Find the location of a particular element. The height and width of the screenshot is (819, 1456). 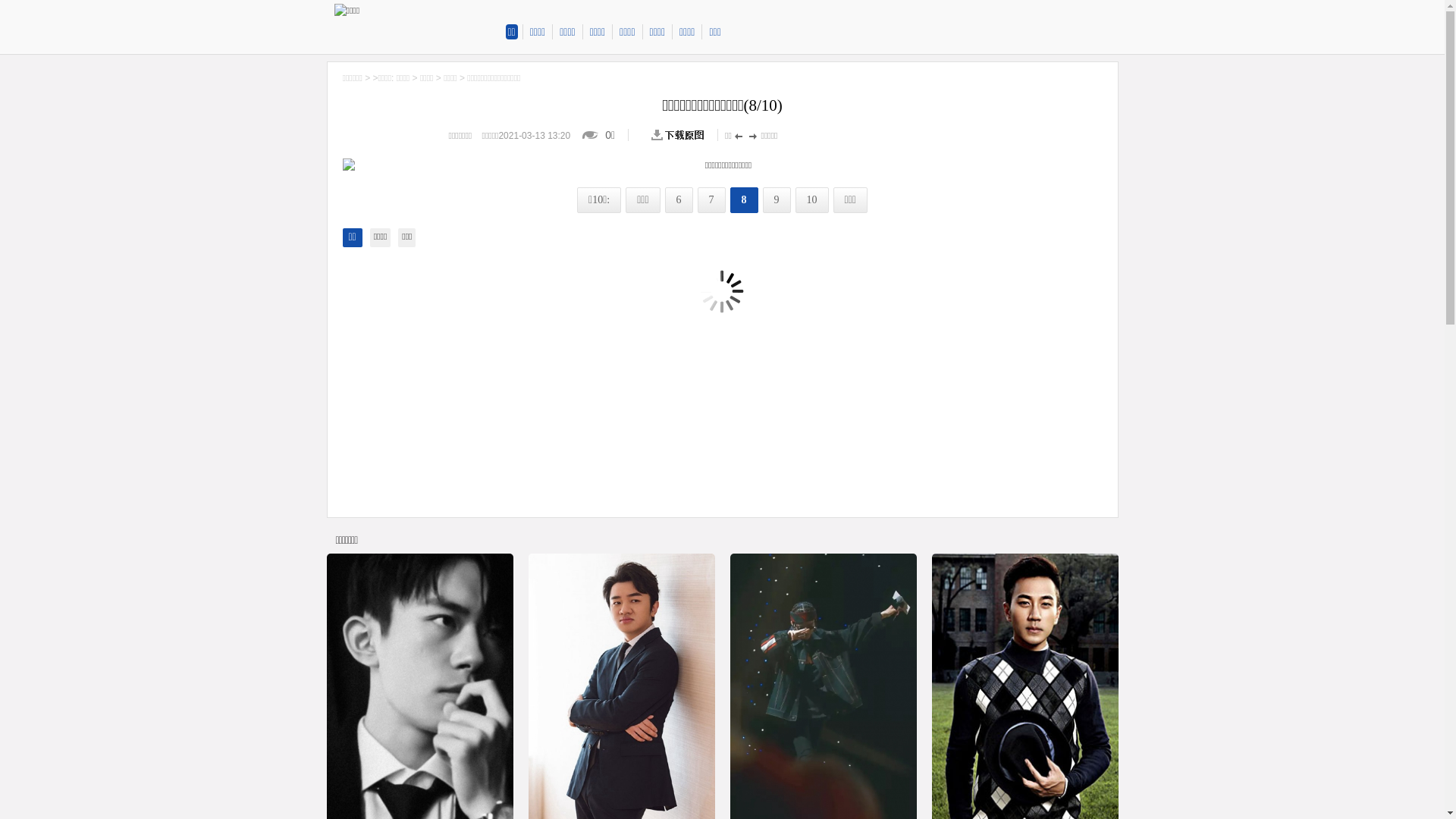

'8' is located at coordinates (744, 199).